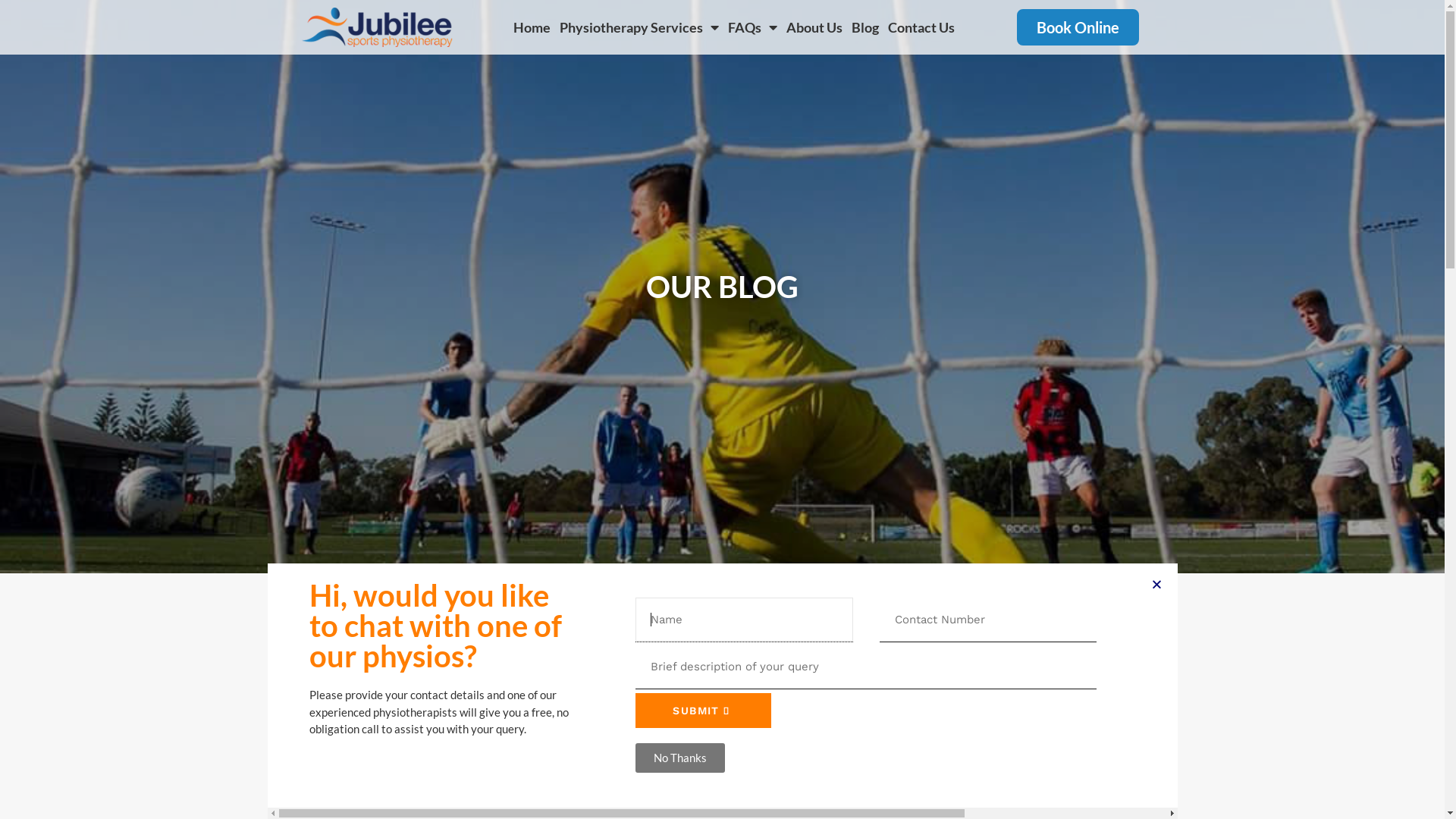 This screenshot has width=1456, height=819. Describe the element at coordinates (723, 27) in the screenshot. I see `'FAQs'` at that location.